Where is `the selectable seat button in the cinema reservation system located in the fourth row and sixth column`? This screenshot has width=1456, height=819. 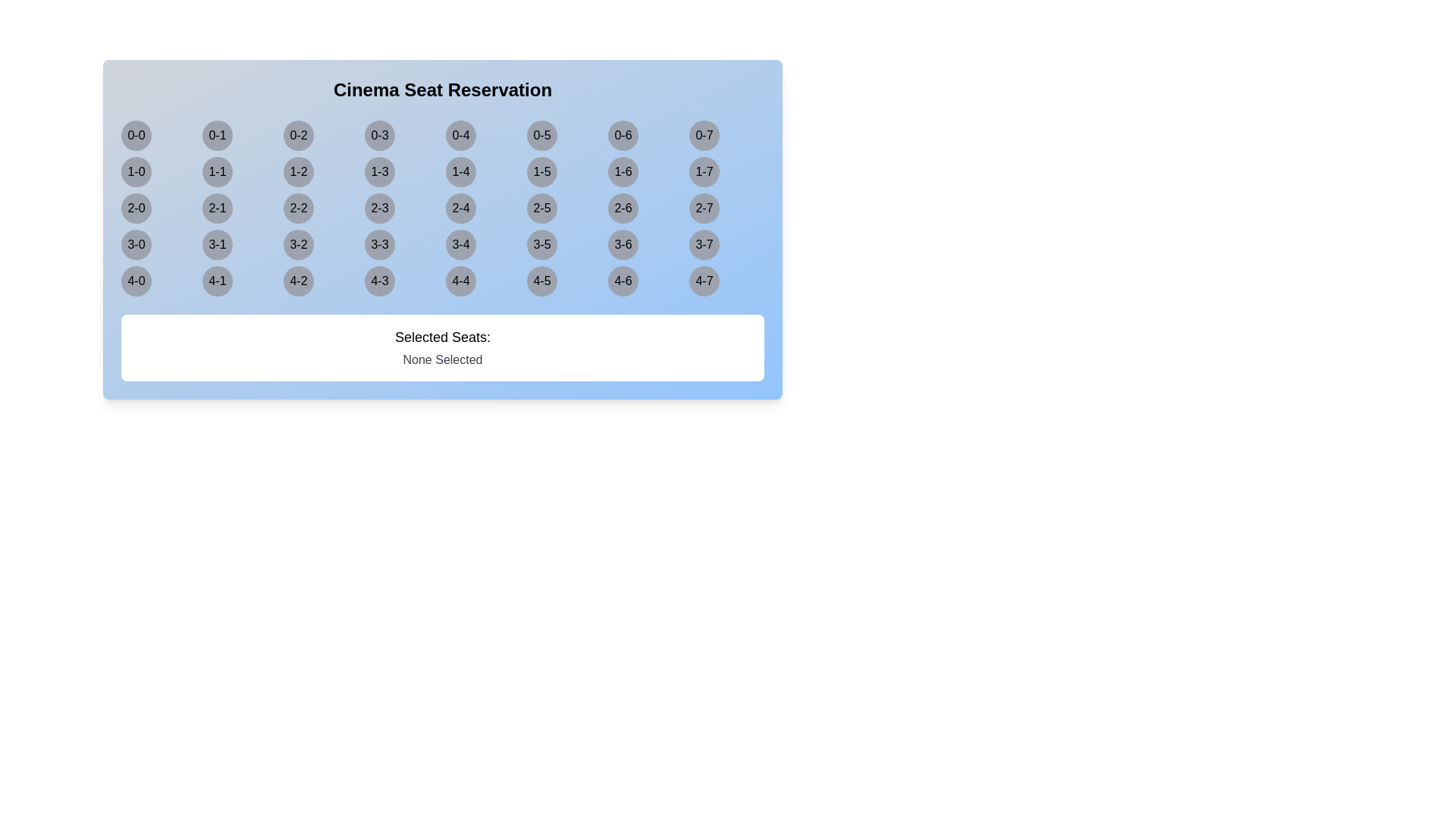 the selectable seat button in the cinema reservation system located in the fourth row and sixth column is located at coordinates (542, 244).